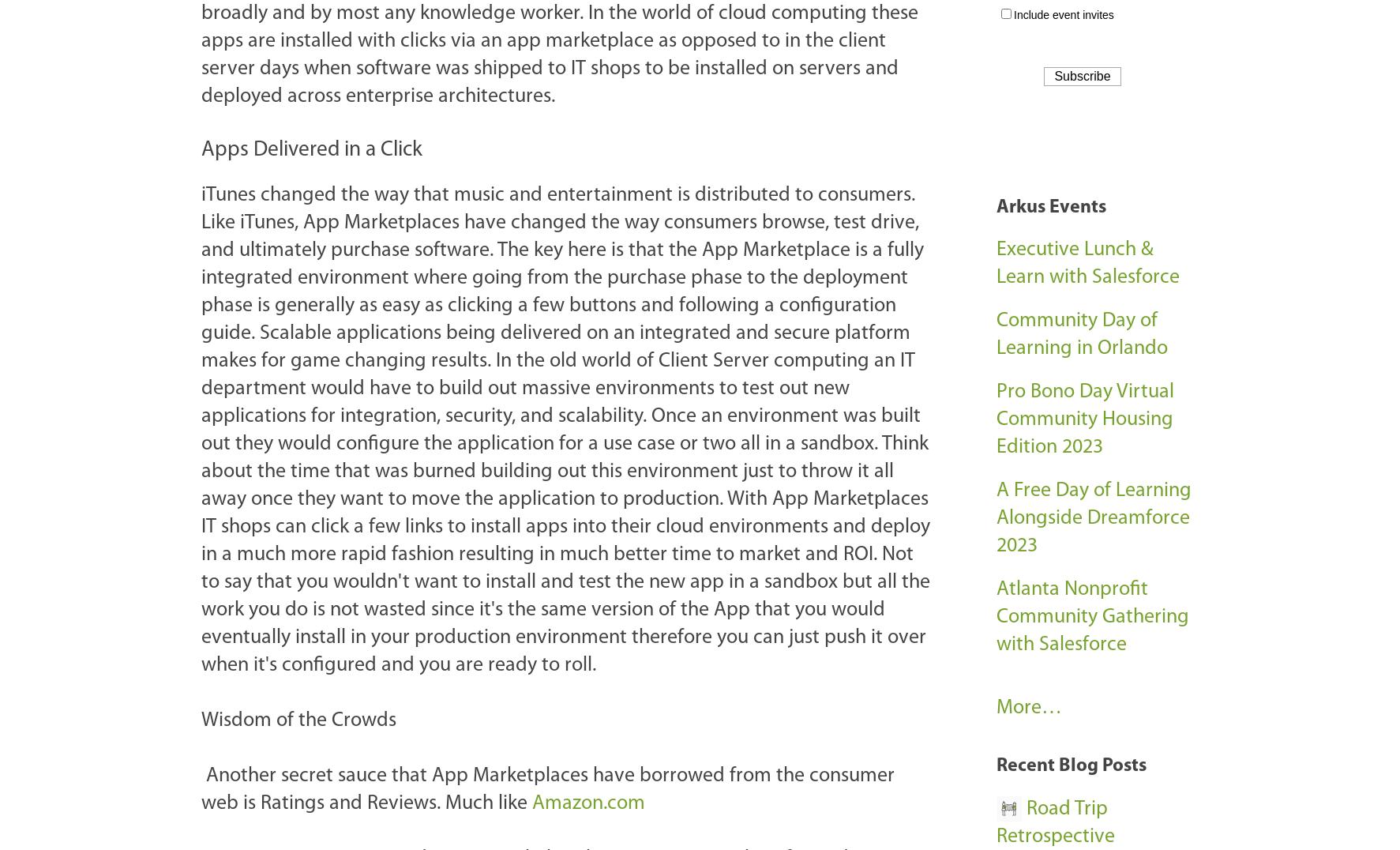 The width and height of the screenshot is (1400, 850). What do you see at coordinates (1082, 335) in the screenshot?
I see `'Community Day of Learning in Orlando'` at bounding box center [1082, 335].